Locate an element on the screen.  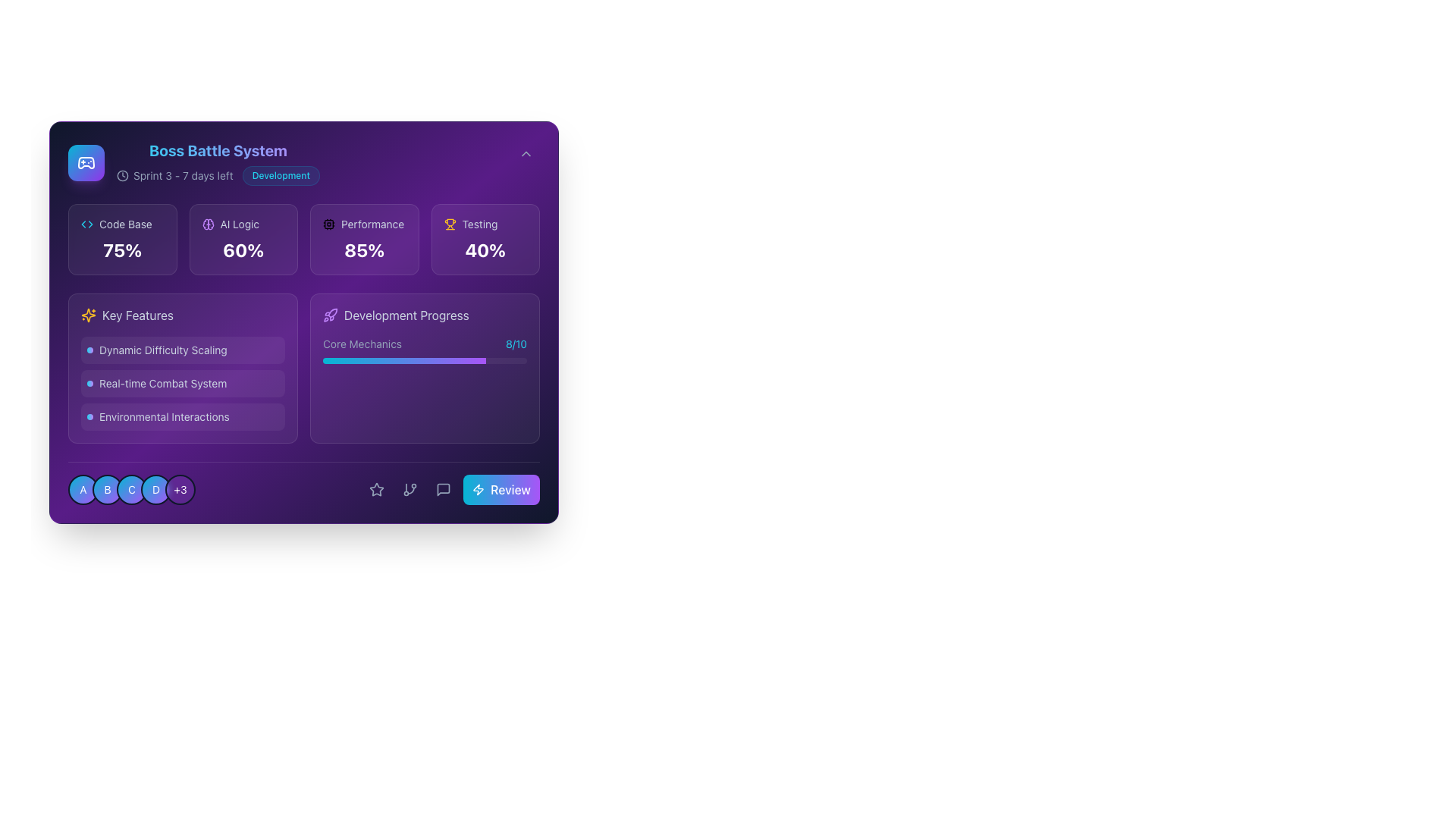
the informational text label describing the 'Boss Battle System' feature is located at coordinates (182, 382).